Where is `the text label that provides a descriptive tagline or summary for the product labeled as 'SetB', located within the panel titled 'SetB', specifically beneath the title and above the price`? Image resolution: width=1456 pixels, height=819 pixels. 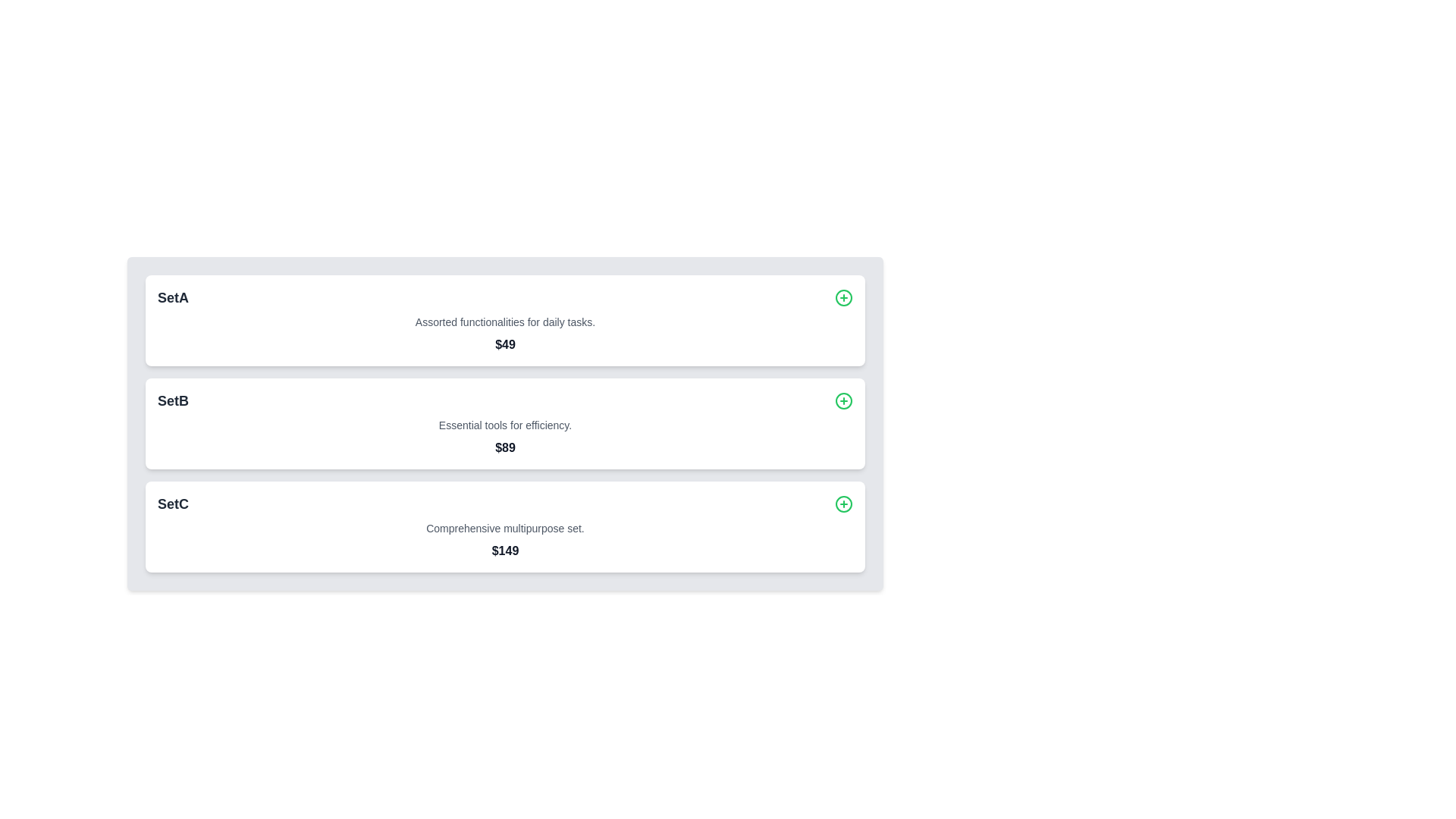
the text label that provides a descriptive tagline or summary for the product labeled as 'SetB', located within the panel titled 'SetB', specifically beneath the title and above the price is located at coordinates (505, 425).